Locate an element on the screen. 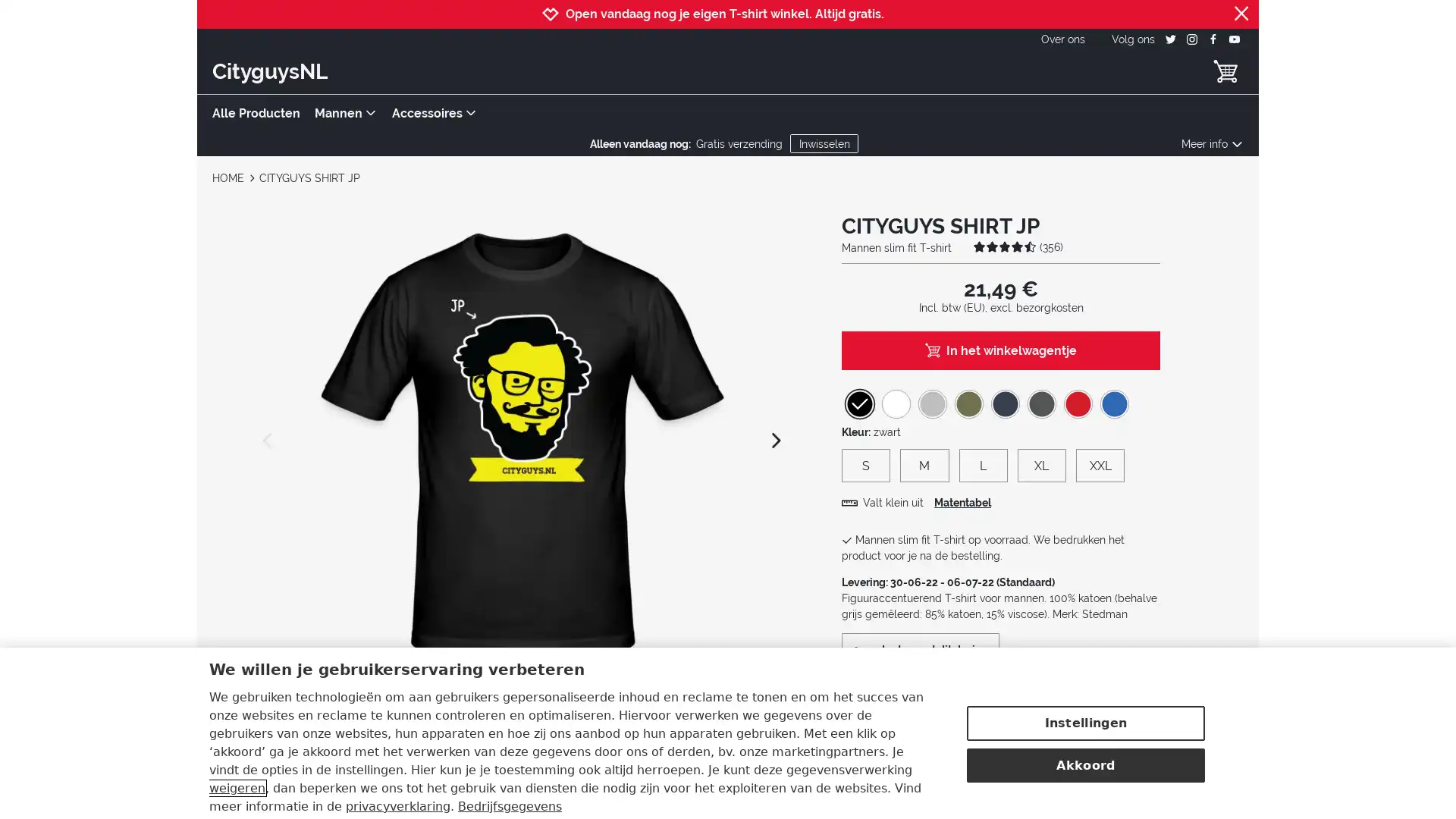  S is located at coordinates (866, 464).